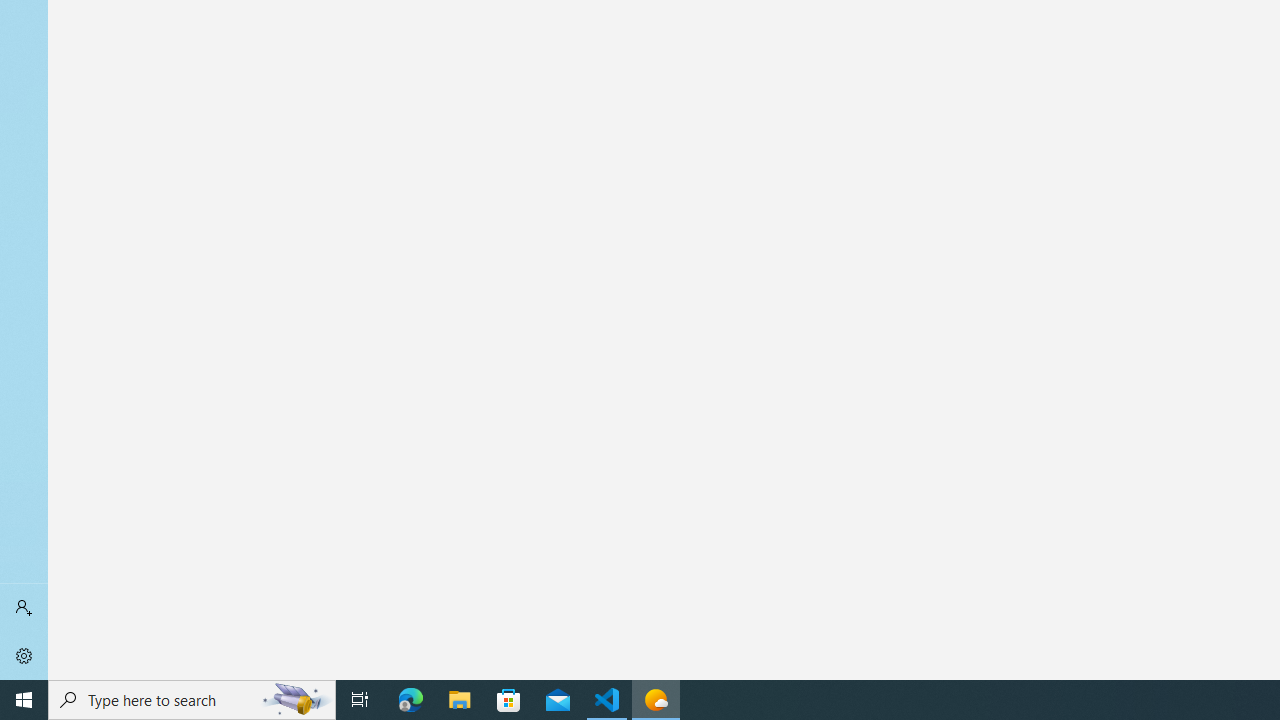  Describe the element at coordinates (459, 698) in the screenshot. I see `'File Explorer'` at that location.